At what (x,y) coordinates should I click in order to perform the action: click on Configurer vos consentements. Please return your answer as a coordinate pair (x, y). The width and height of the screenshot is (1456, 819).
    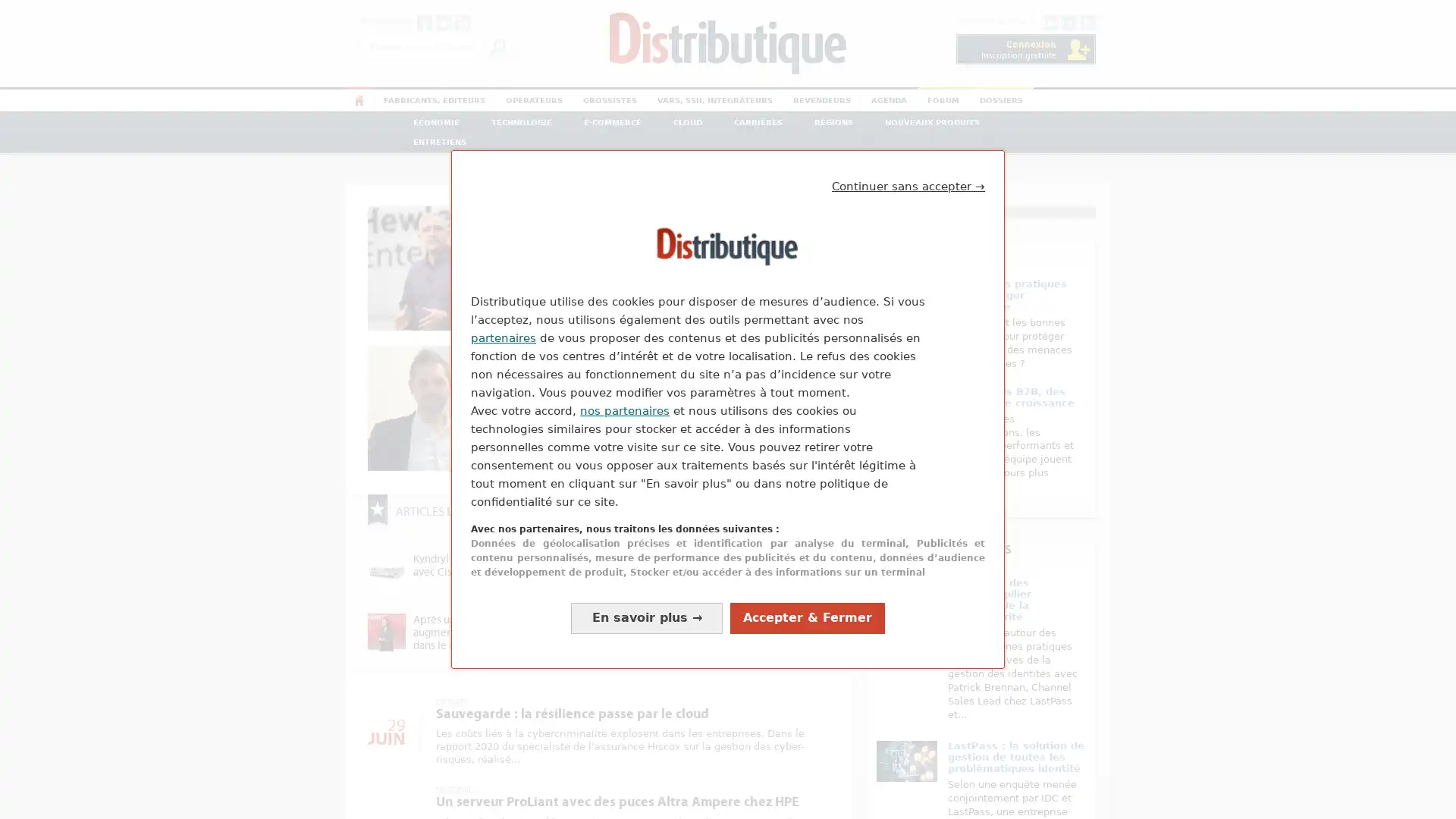
    Looking at the image, I should click on (647, 617).